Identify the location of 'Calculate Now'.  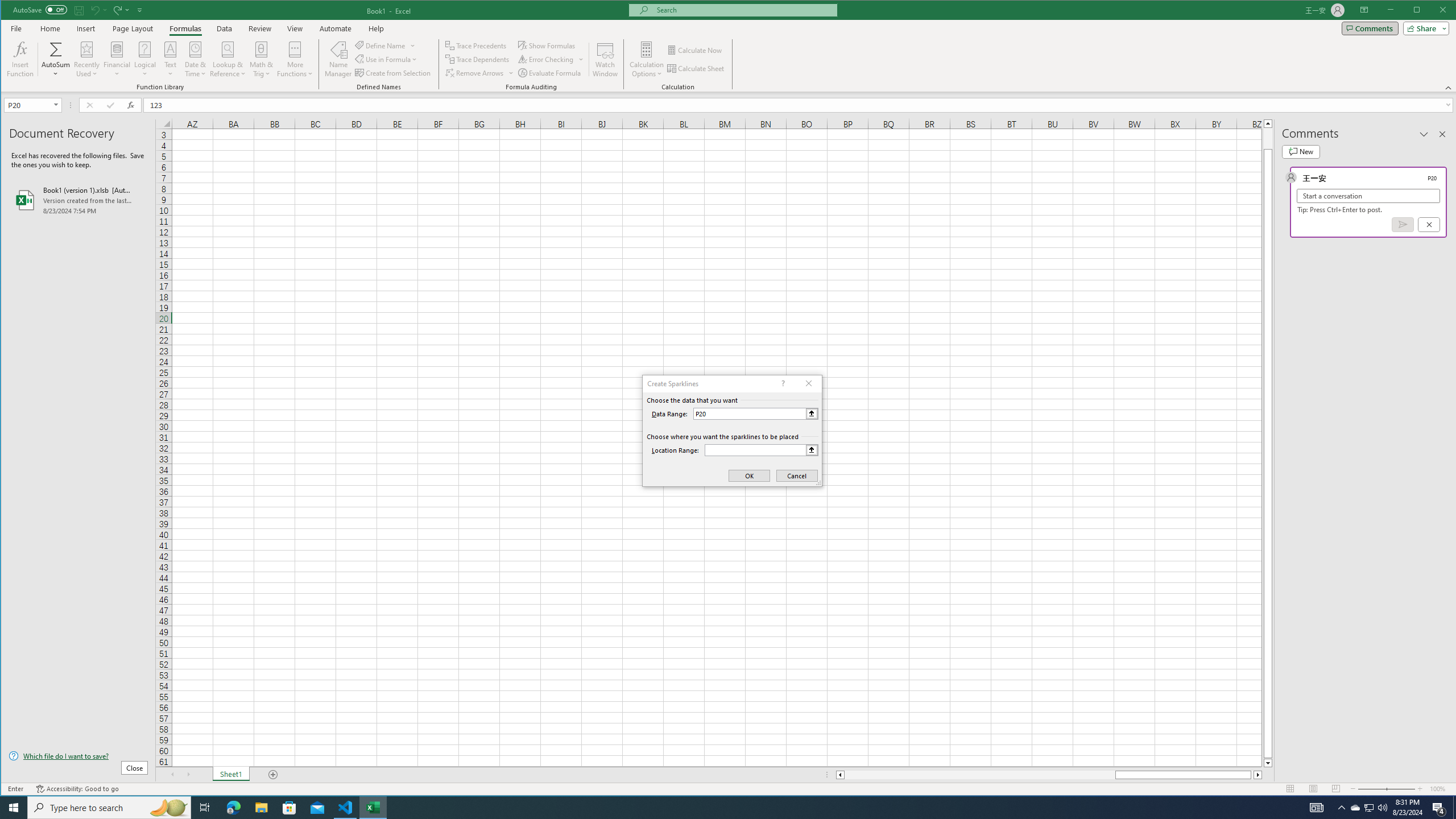
(695, 49).